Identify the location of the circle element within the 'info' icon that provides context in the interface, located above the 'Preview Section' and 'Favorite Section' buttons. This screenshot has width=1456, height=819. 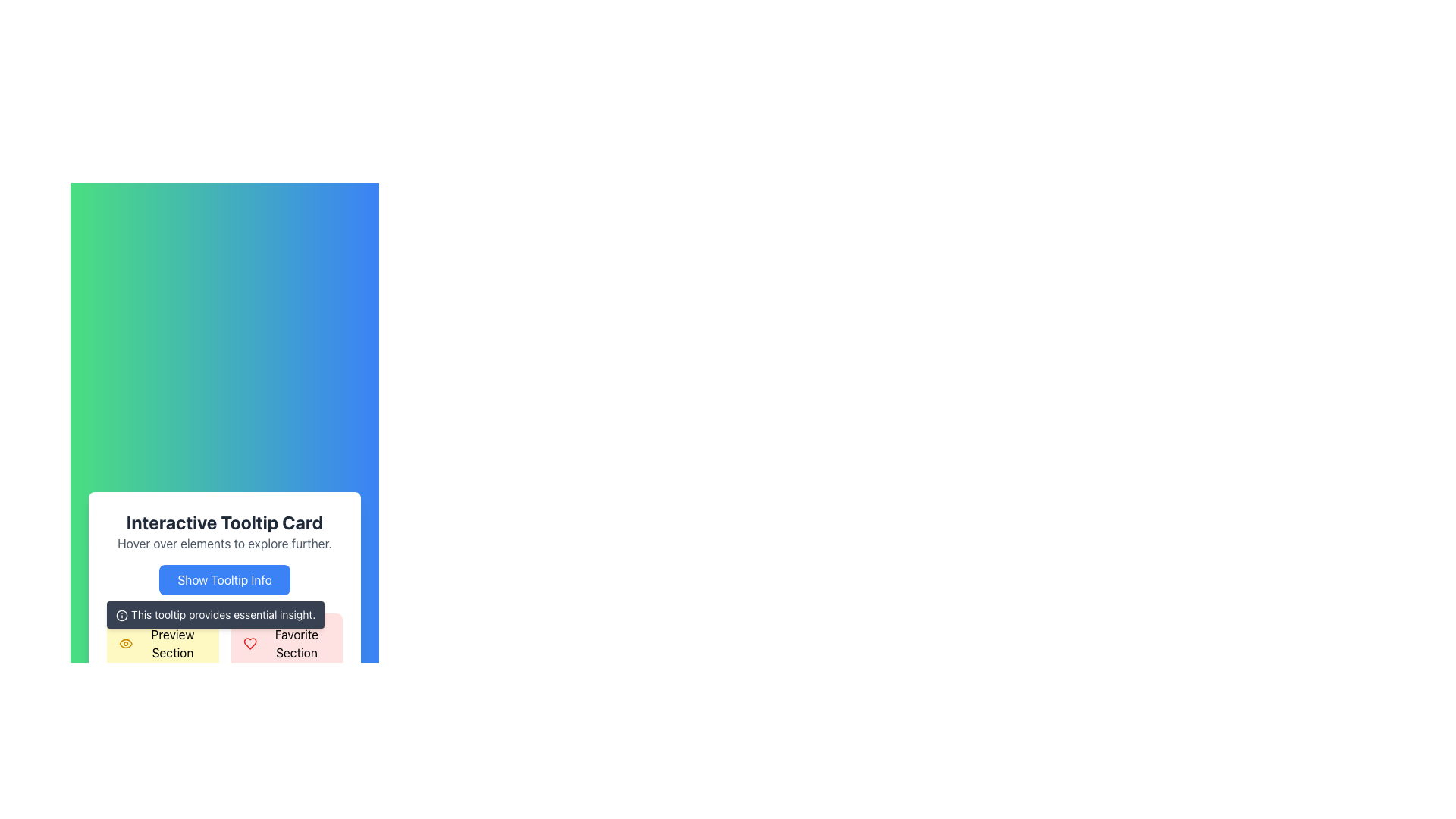
(122, 616).